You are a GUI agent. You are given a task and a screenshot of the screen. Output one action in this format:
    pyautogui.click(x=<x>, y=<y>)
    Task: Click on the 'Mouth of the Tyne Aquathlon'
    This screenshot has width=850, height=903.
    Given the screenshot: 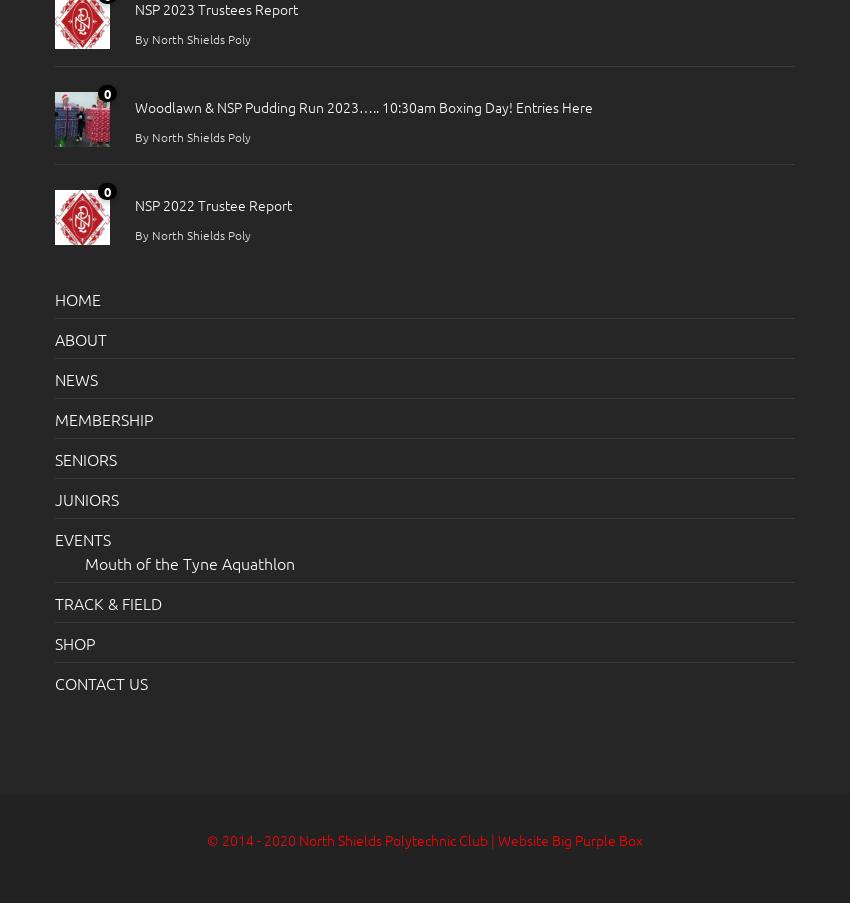 What is the action you would take?
    pyautogui.click(x=85, y=561)
    